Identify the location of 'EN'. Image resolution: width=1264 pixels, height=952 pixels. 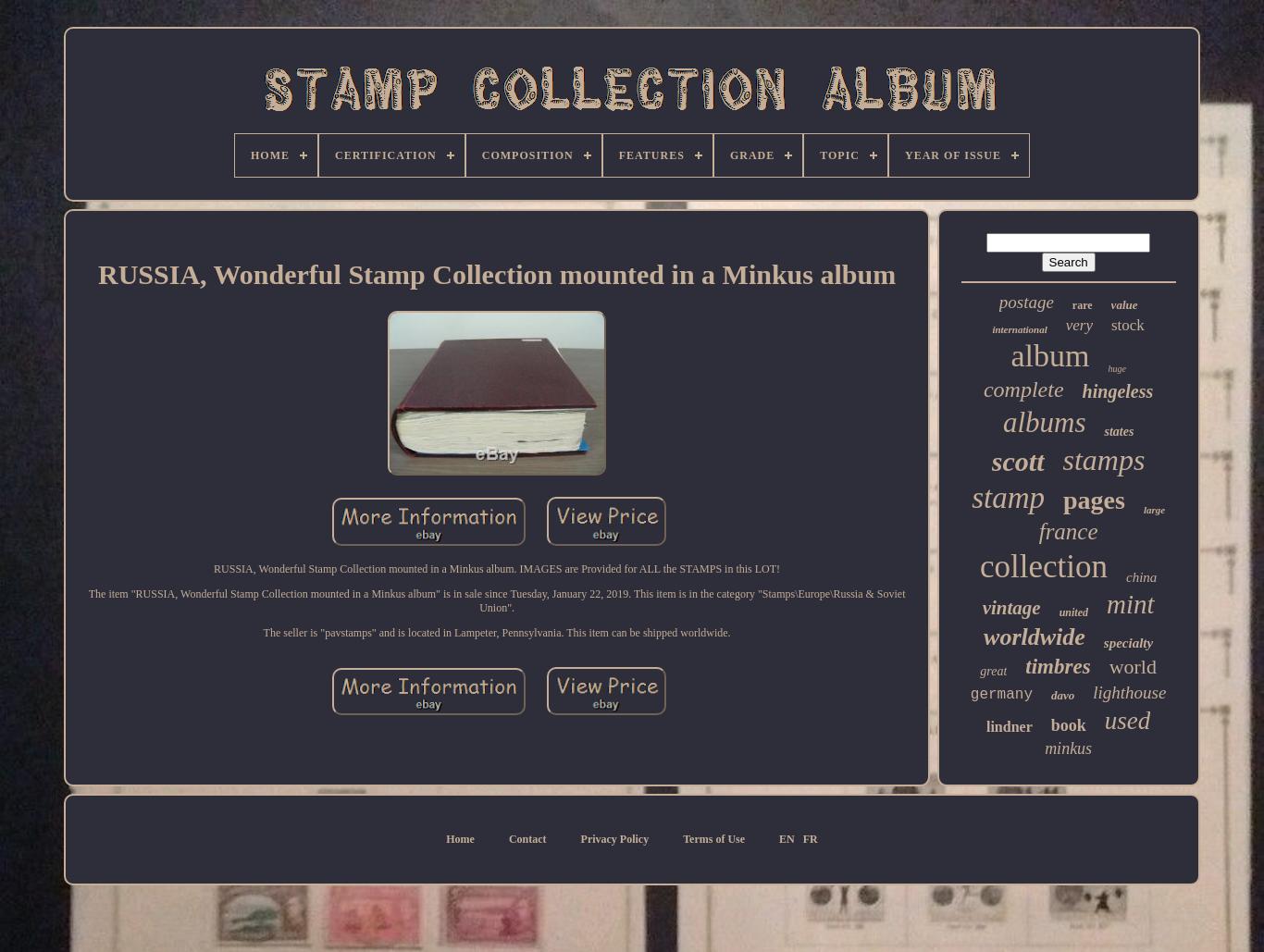
(786, 838).